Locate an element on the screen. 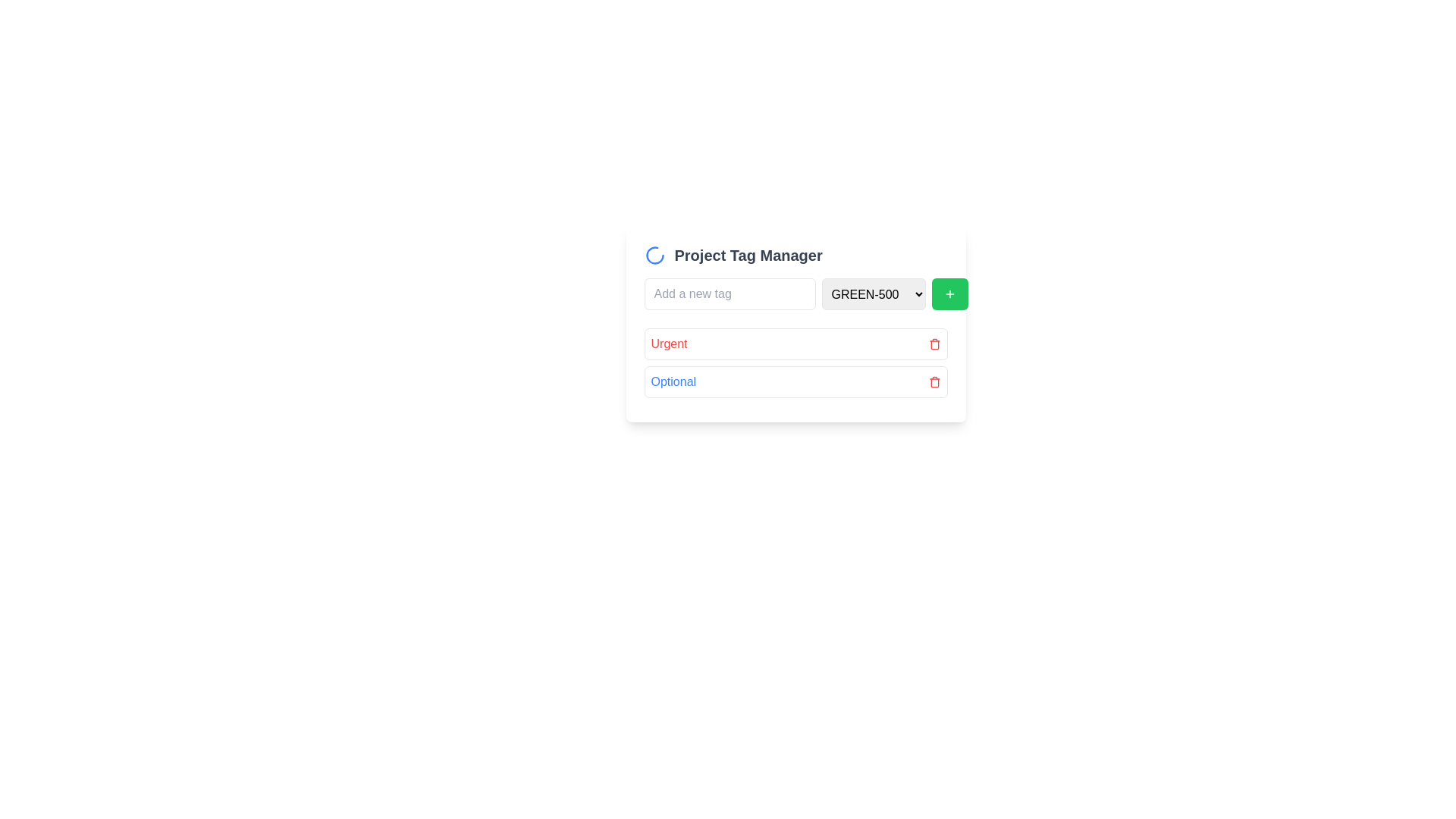  the green rectangular button with rounded corners and a white plus icon, located to the right of the 'GREEN-500' dropdown menu is located at coordinates (949, 294).